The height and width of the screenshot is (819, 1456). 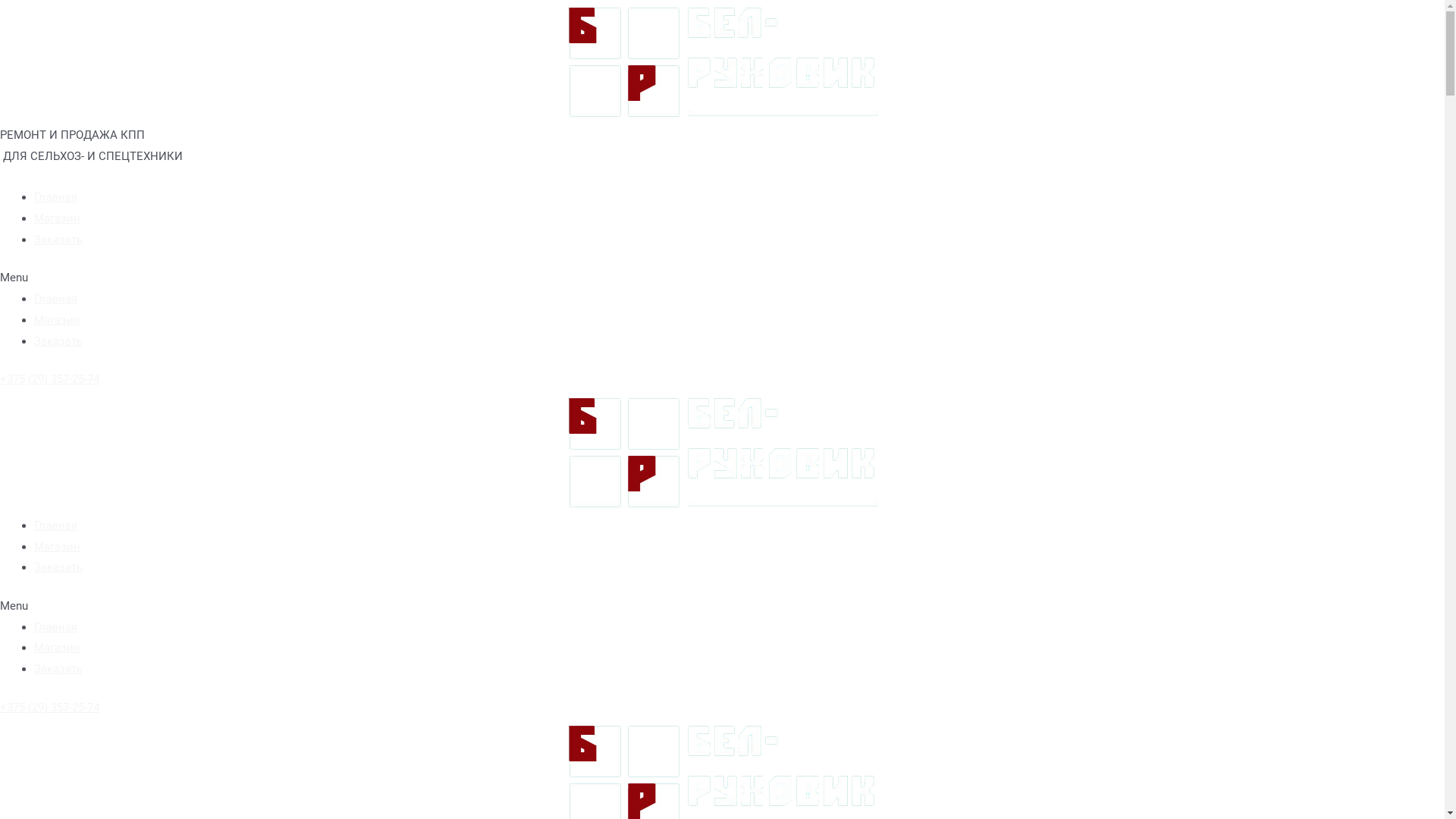 I want to click on '+375 (29) 357-25-74', so click(x=0, y=378).